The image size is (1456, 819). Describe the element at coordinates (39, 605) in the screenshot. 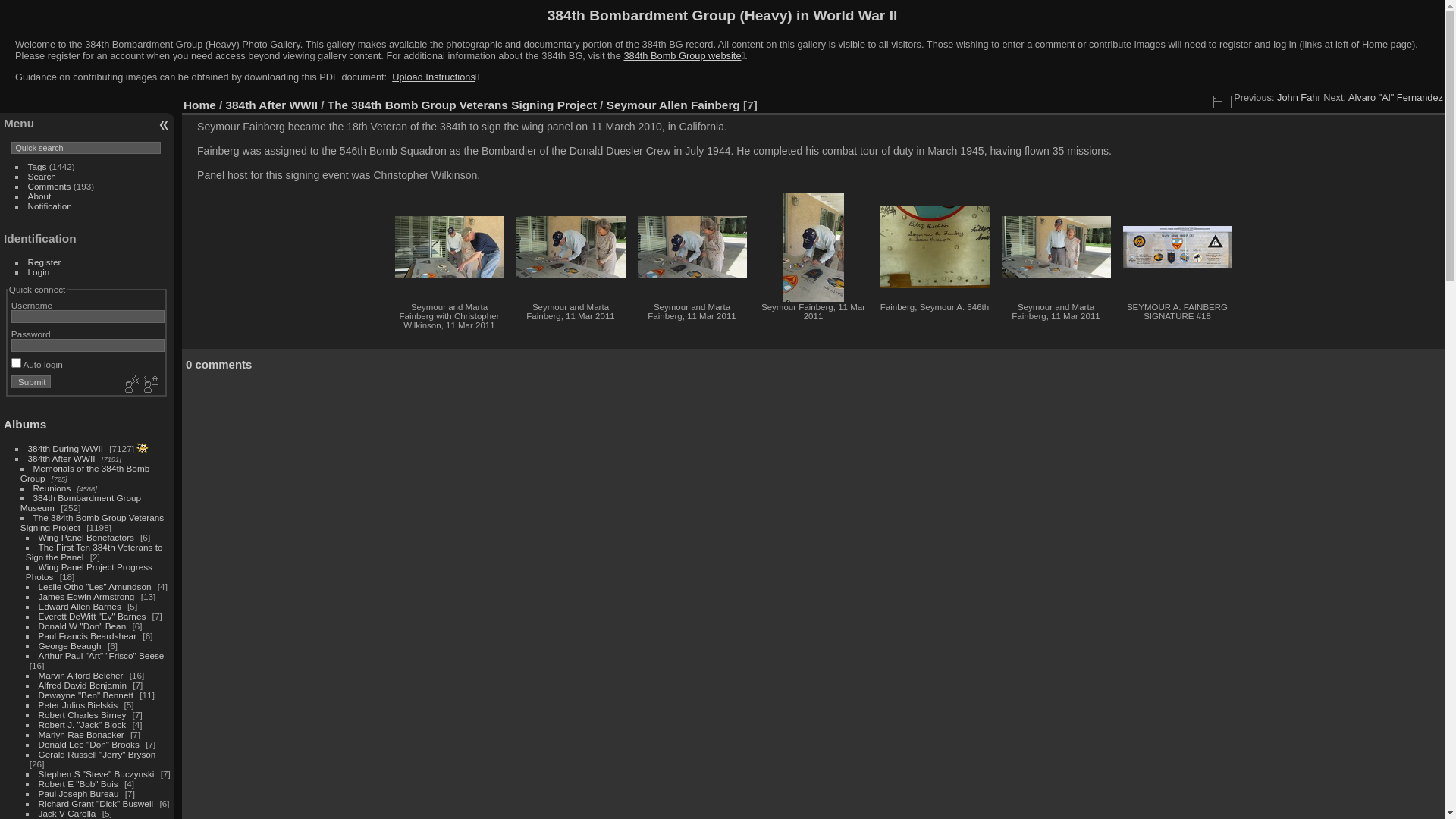

I see `'Edward Allen Barnes'` at that location.